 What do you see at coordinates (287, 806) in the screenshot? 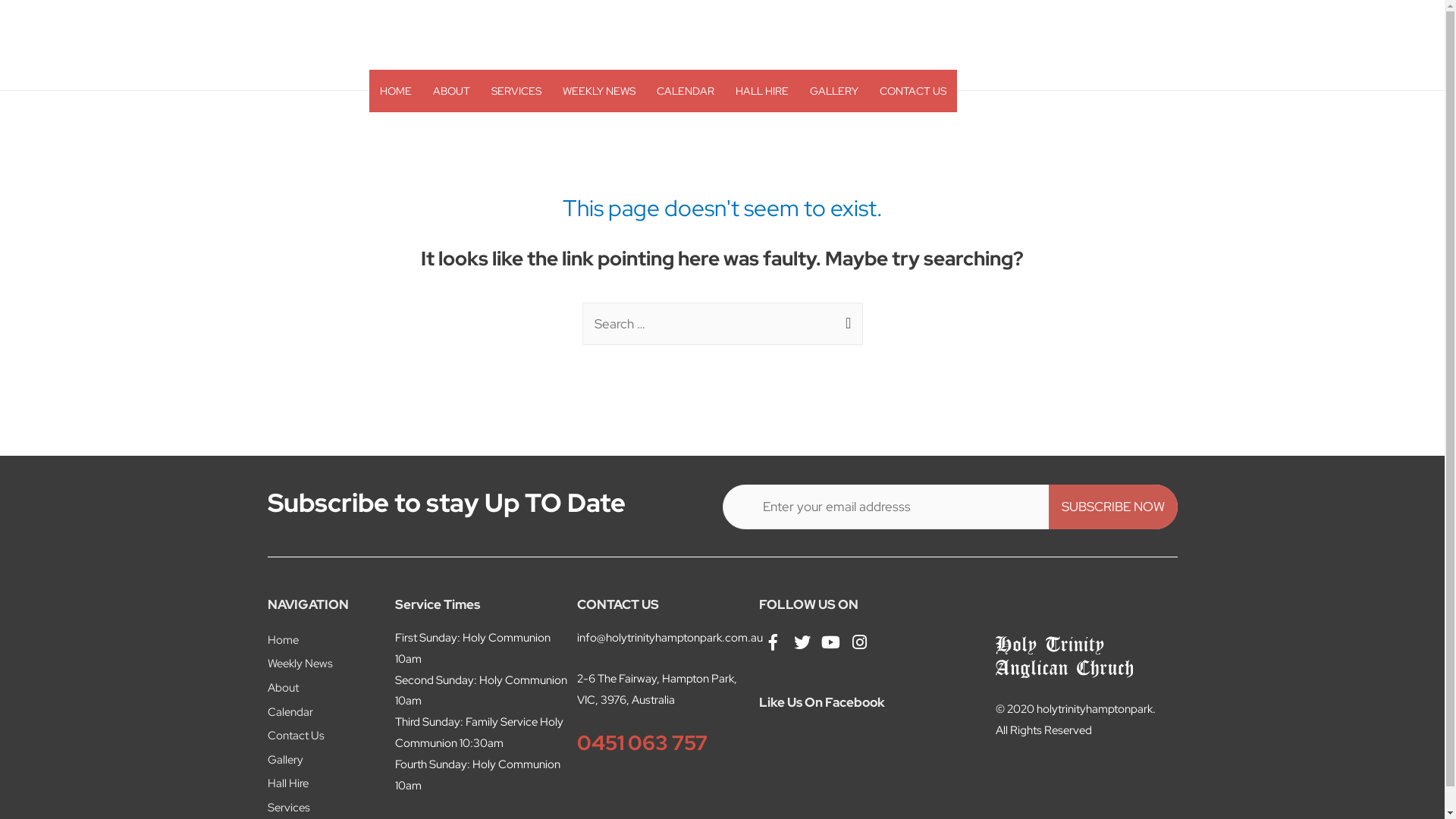
I see `'Services'` at bounding box center [287, 806].